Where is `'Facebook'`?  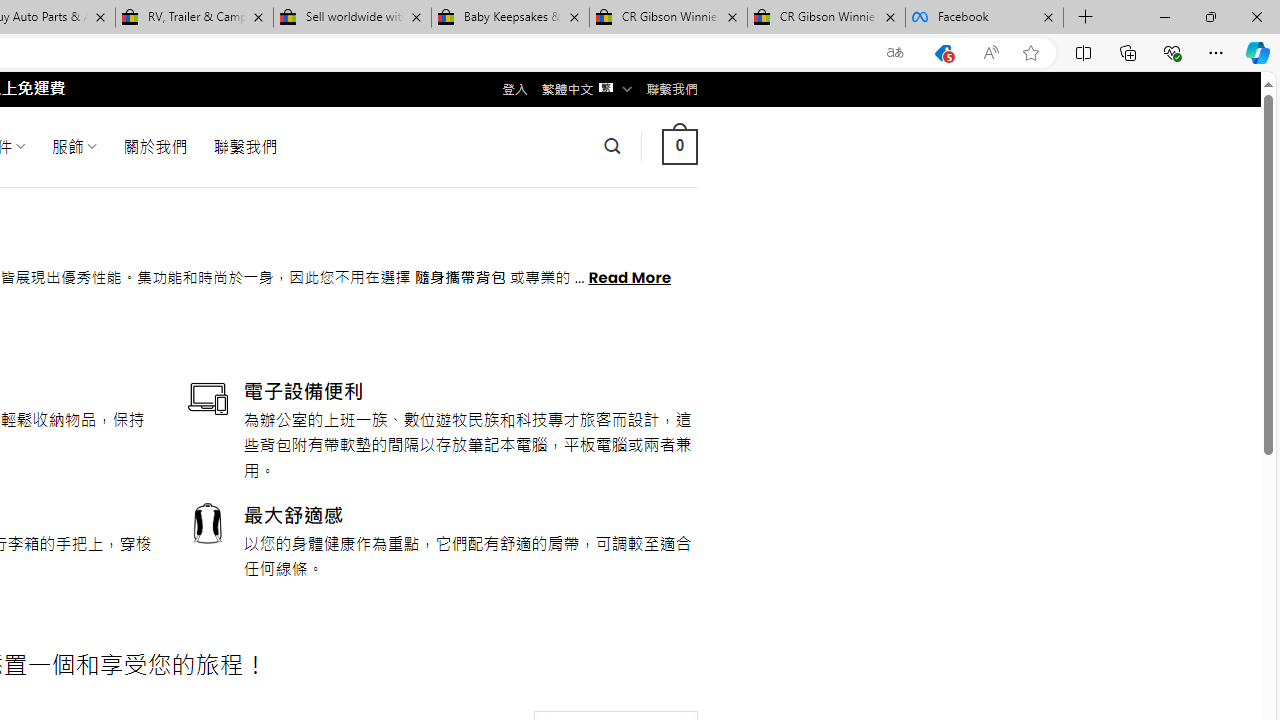 'Facebook' is located at coordinates (984, 17).